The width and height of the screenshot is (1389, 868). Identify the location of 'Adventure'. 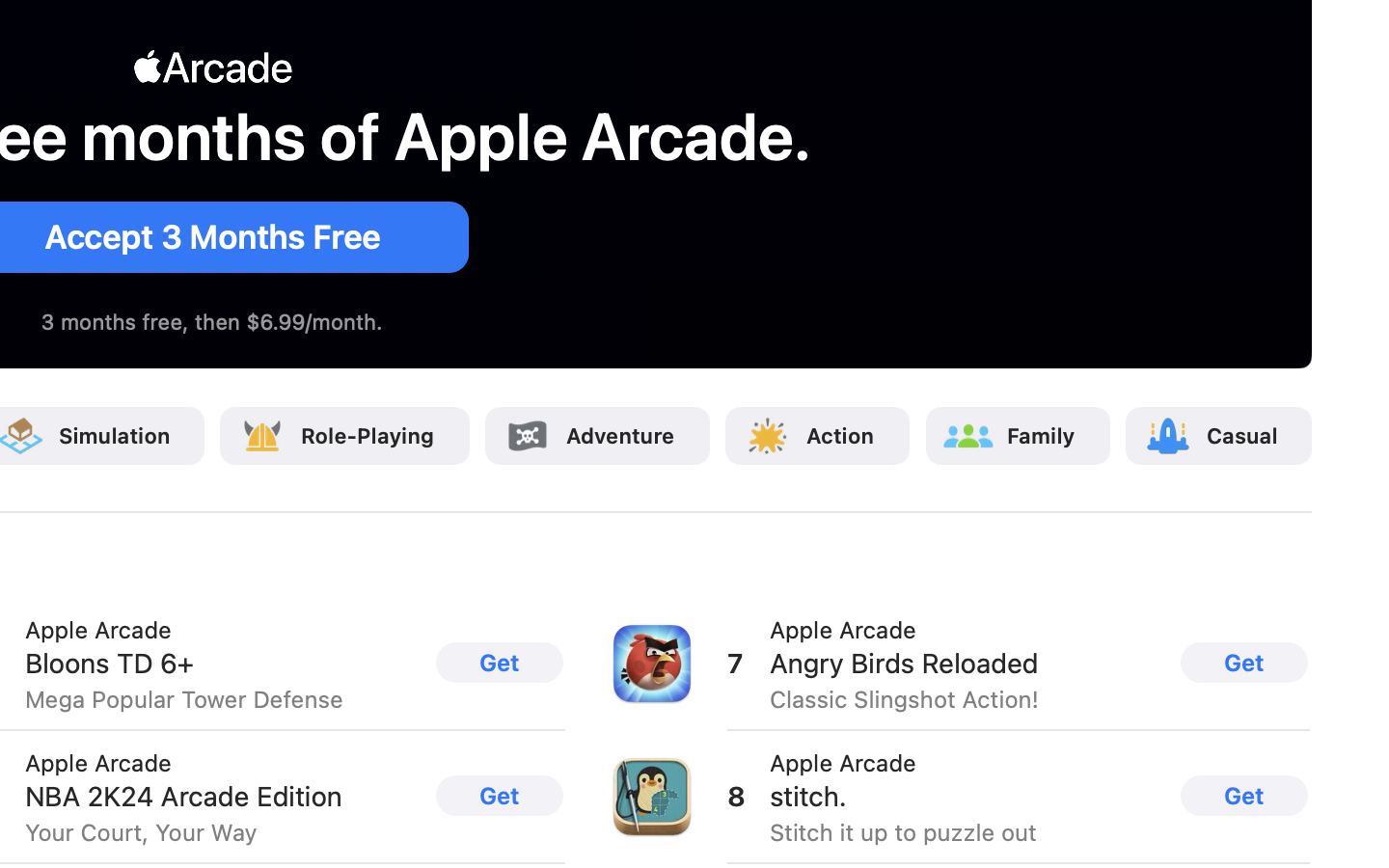
(618, 434).